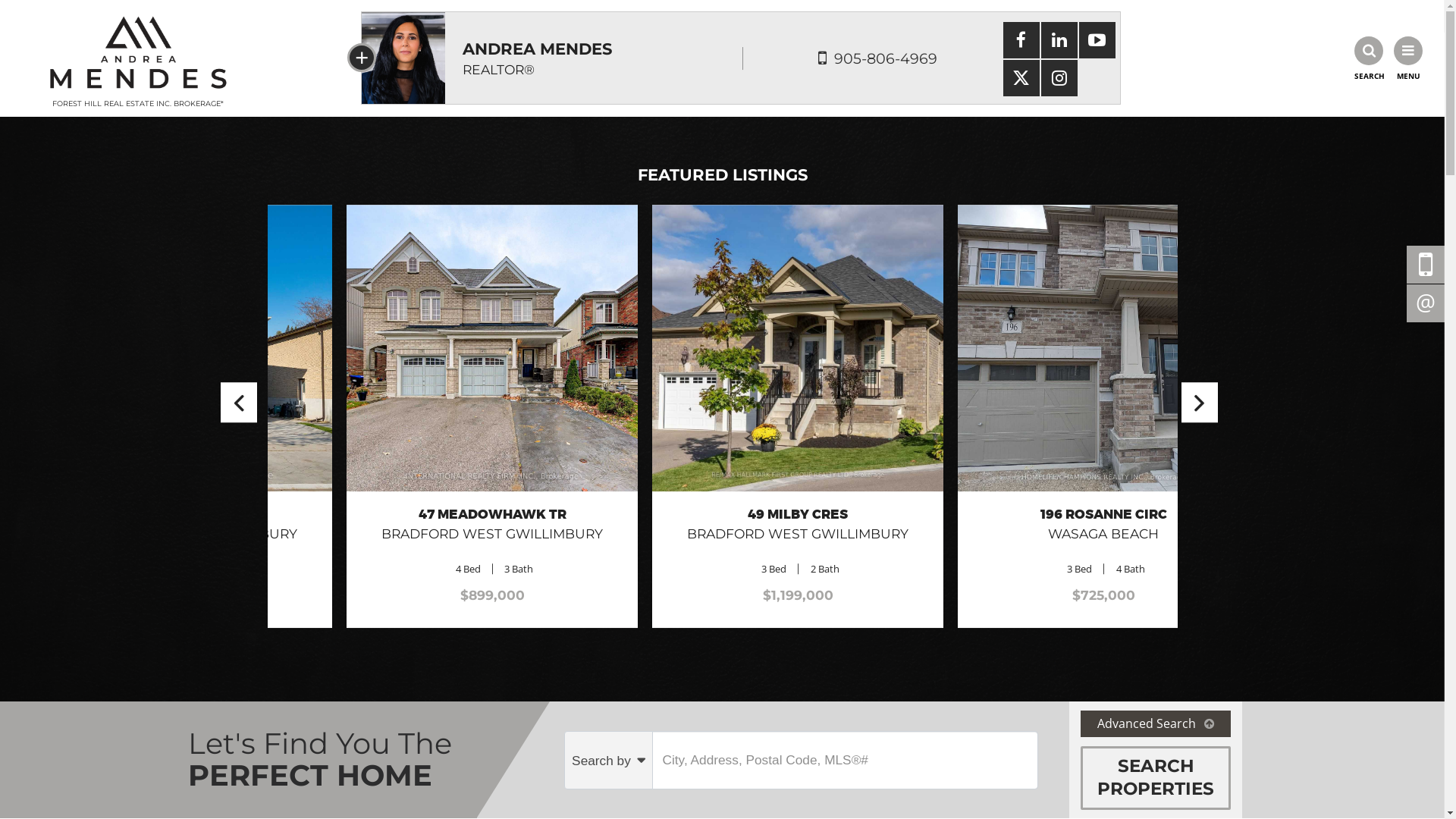 Image resolution: width=1456 pixels, height=819 pixels. I want to click on 'Advanced Search', so click(1154, 723).